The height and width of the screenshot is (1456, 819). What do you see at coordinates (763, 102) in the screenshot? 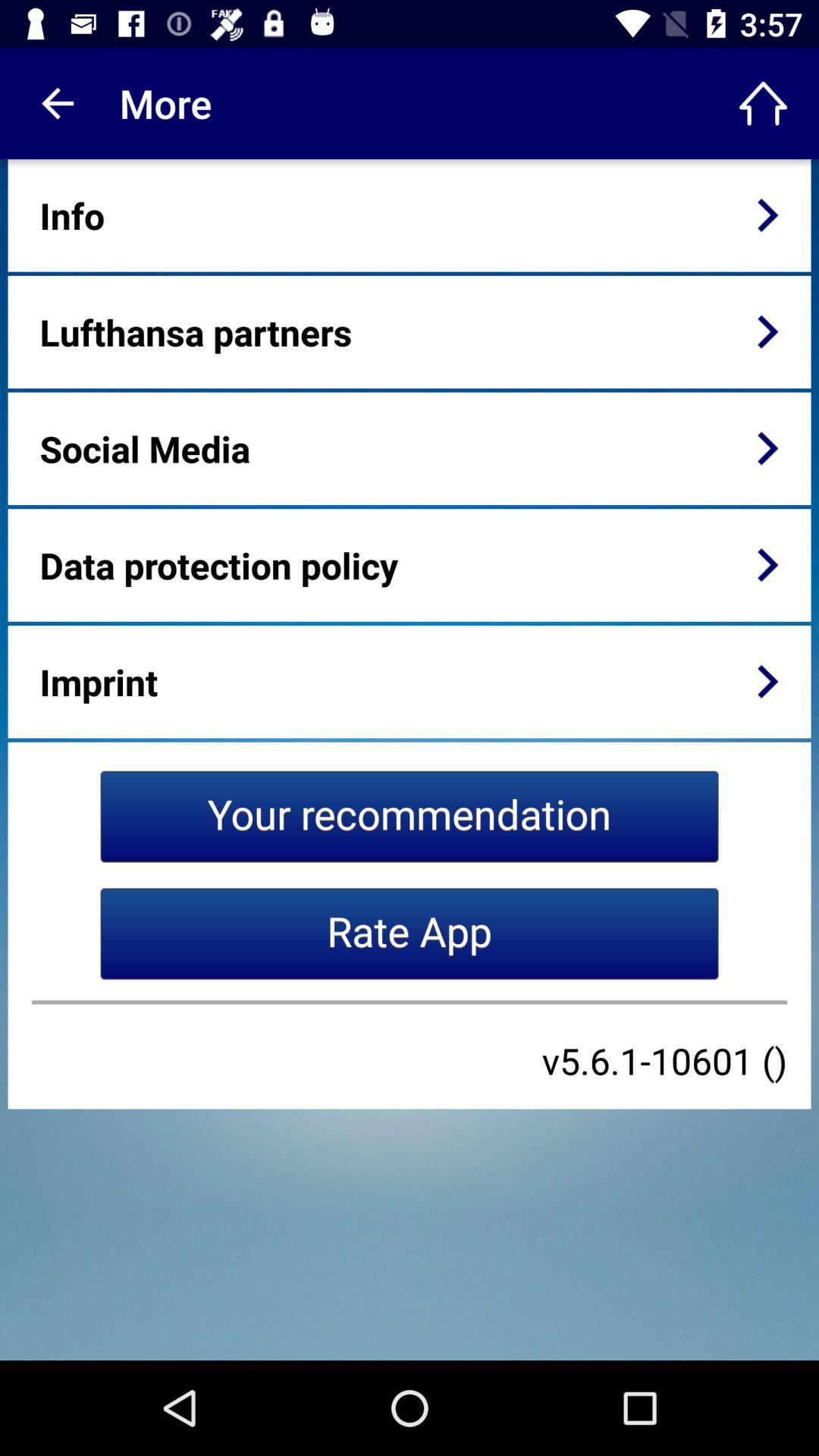
I see `icon next to the more app` at bounding box center [763, 102].